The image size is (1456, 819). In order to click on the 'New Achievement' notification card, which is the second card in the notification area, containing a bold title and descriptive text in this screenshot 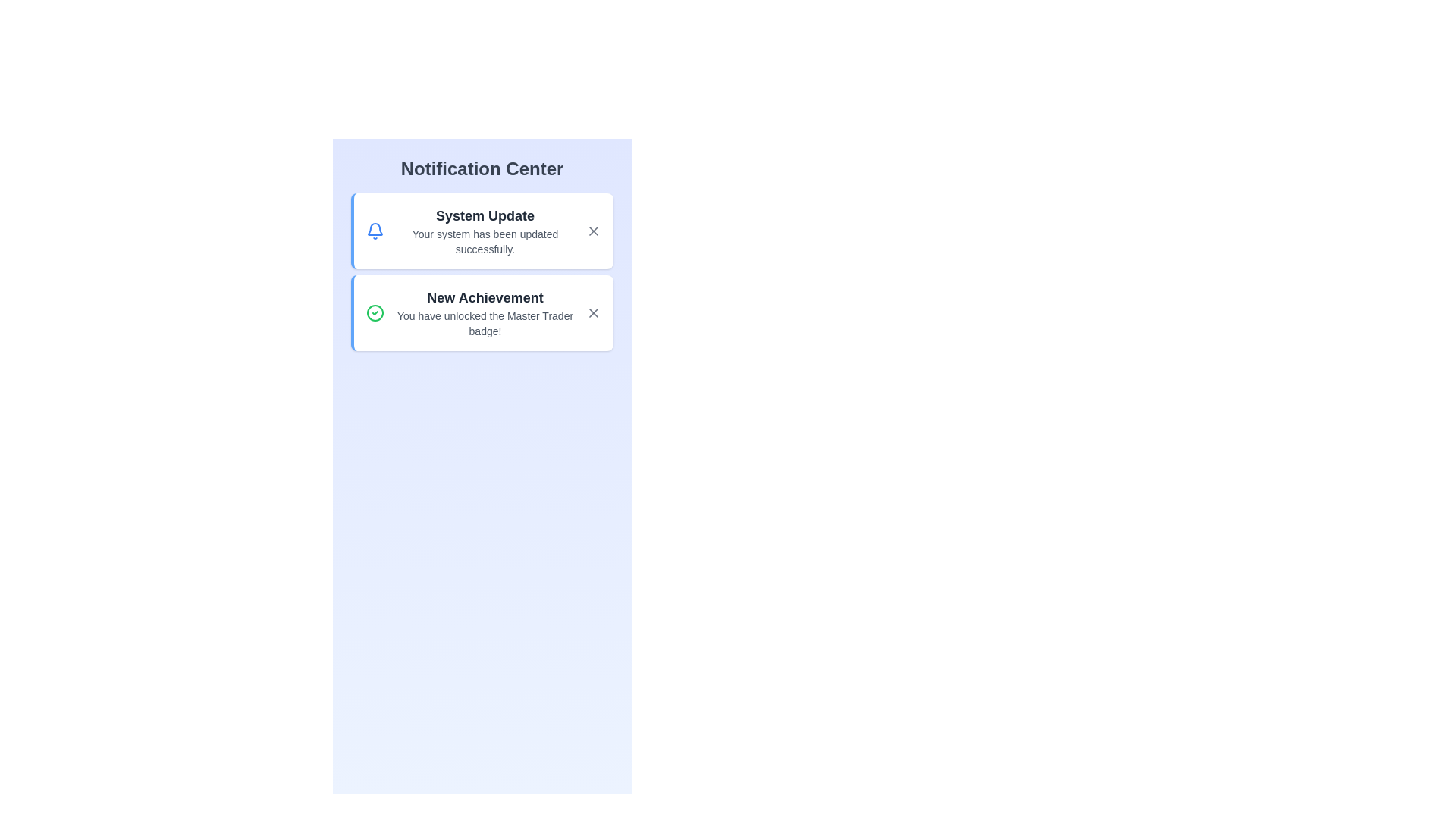, I will do `click(481, 312)`.